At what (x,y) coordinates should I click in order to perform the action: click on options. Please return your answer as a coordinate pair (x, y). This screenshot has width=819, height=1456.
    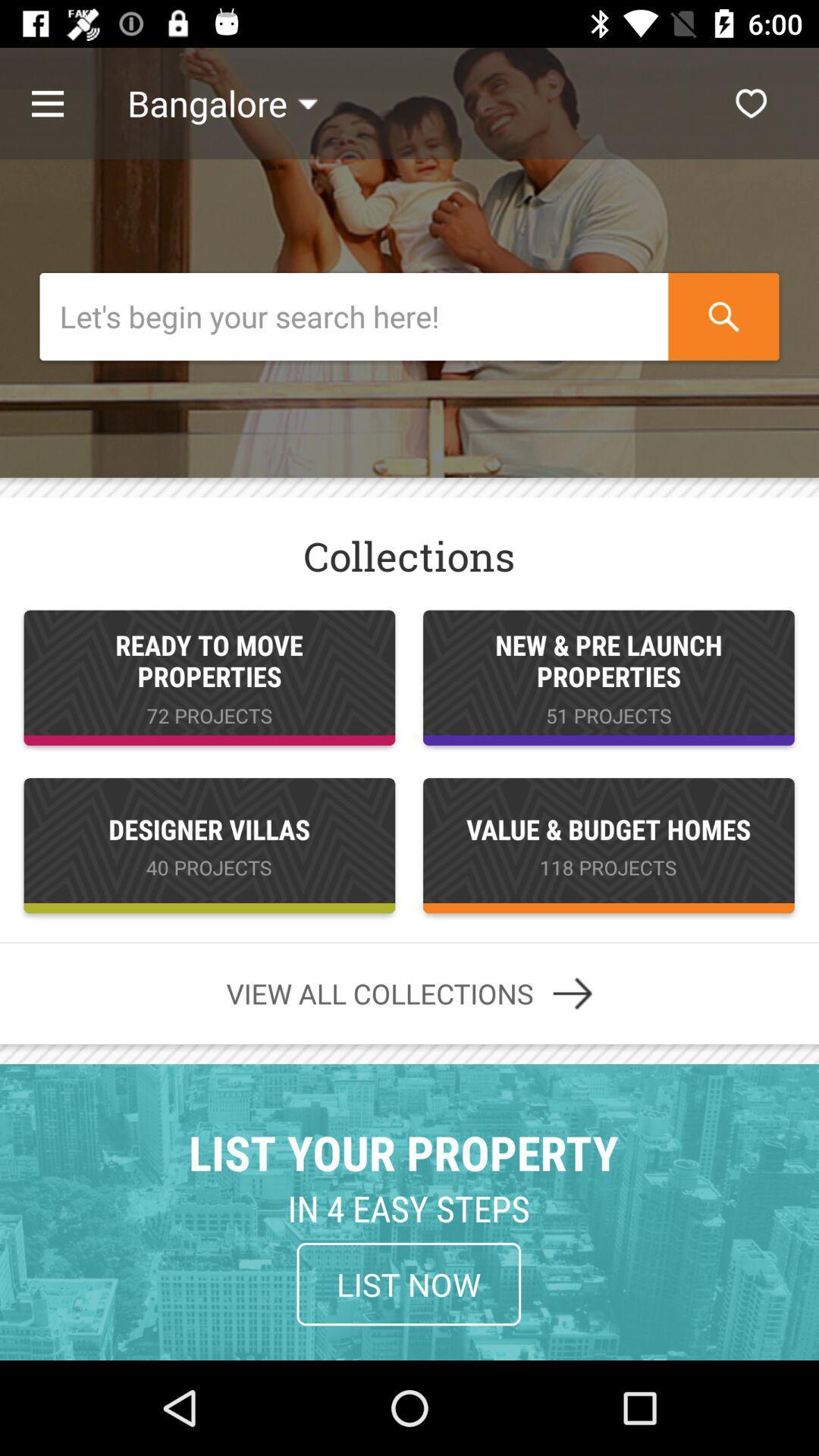
    Looking at the image, I should click on (63, 102).